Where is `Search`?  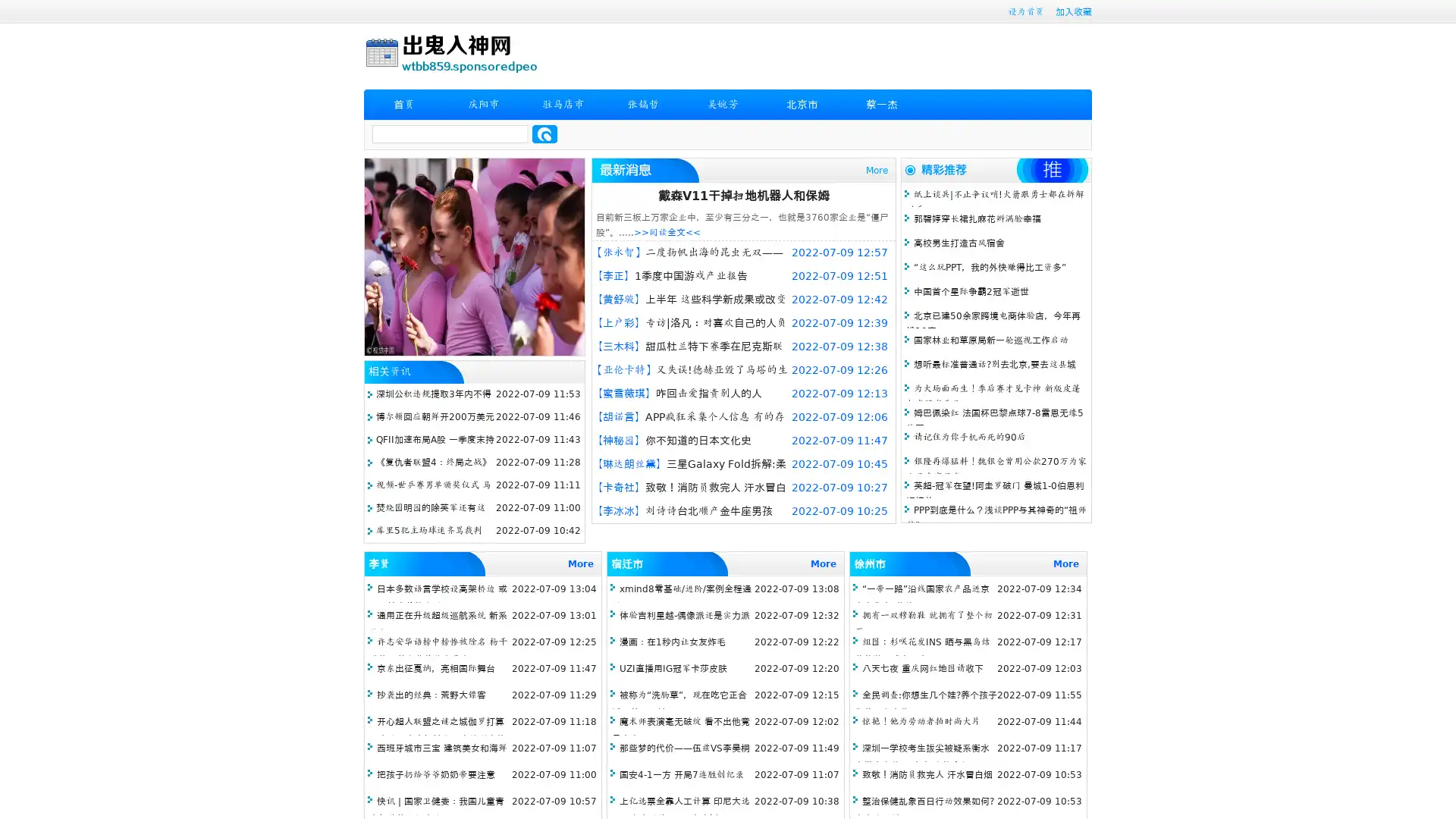
Search is located at coordinates (544, 133).